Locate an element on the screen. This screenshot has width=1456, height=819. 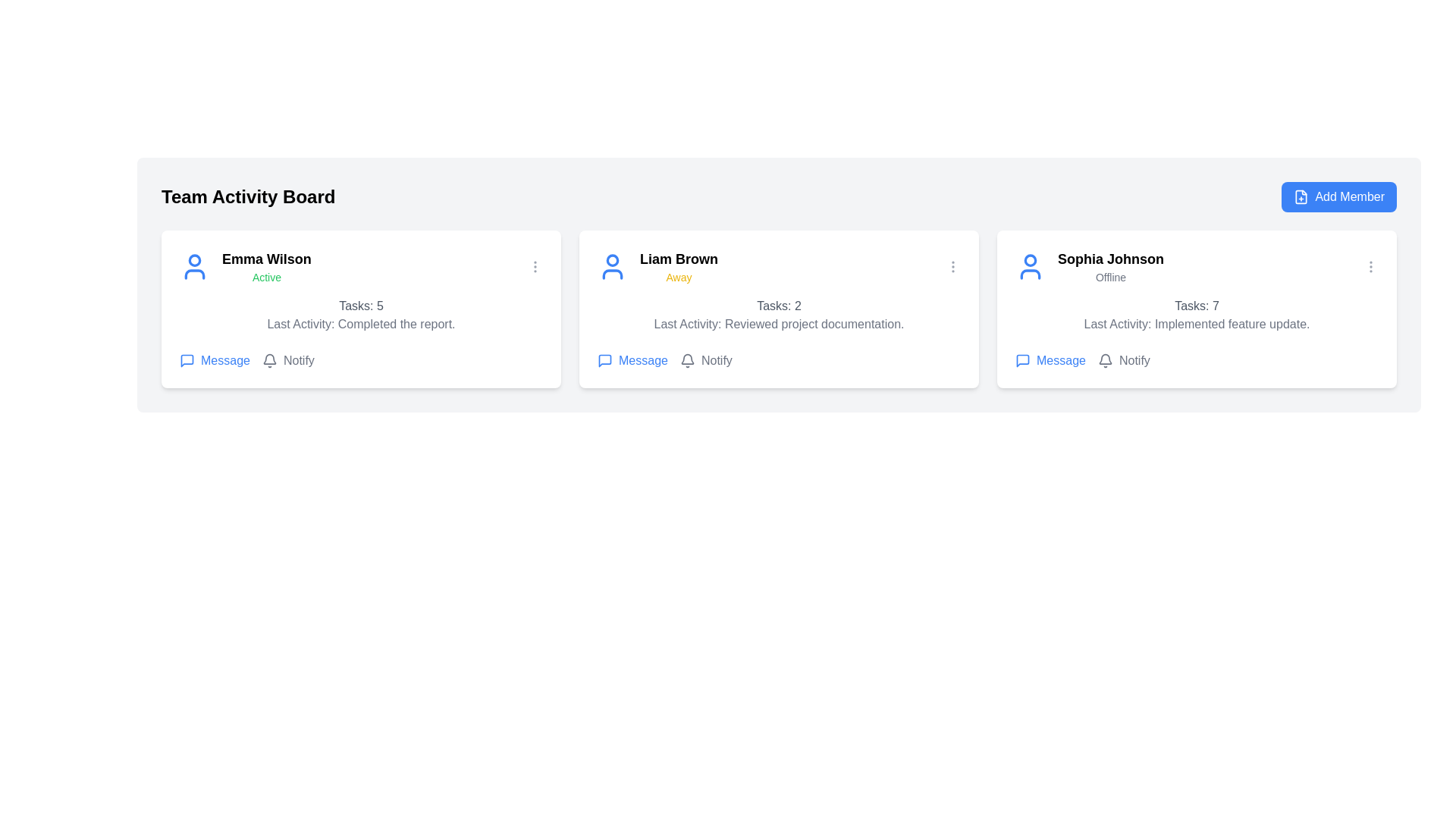
the torso part of the user icon associated with the second card titled 'Liam Brown' in the Team Activity Board interface is located at coordinates (612, 275).